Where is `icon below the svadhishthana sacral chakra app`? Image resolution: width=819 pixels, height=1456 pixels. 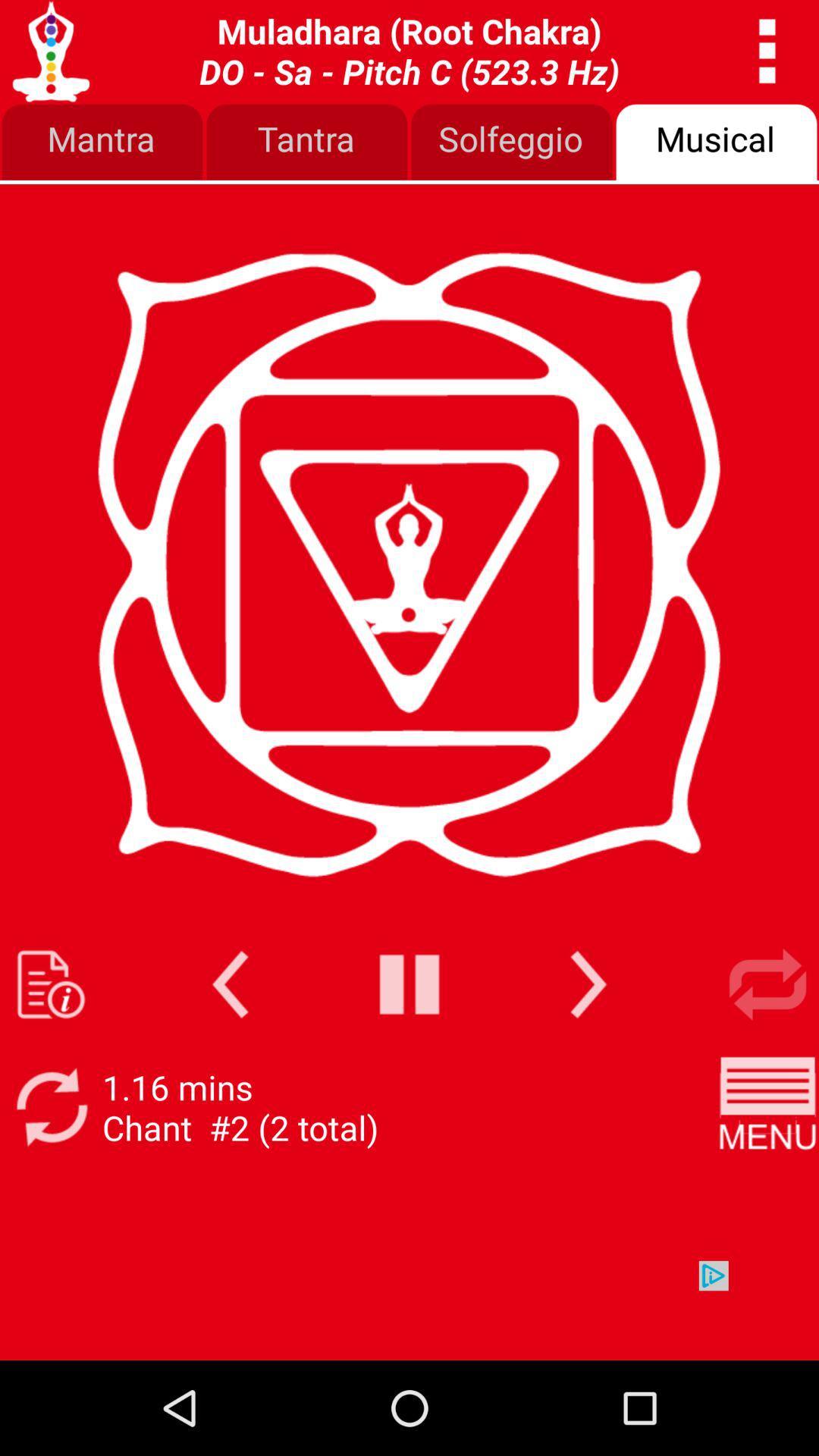 icon below the svadhishthana sacral chakra app is located at coordinates (307, 143).